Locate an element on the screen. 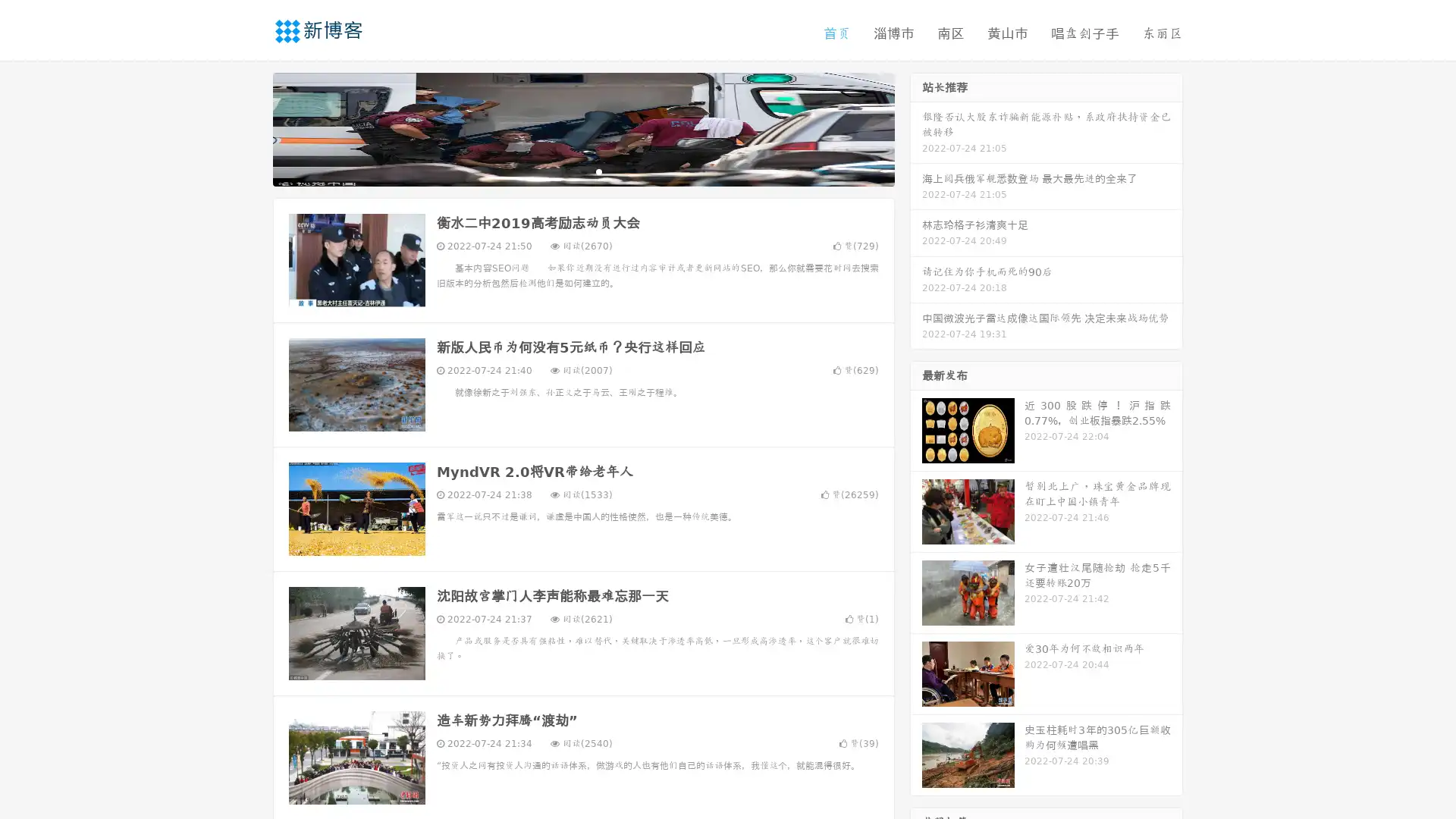 The height and width of the screenshot is (819, 1456). Go to slide 2 is located at coordinates (582, 171).